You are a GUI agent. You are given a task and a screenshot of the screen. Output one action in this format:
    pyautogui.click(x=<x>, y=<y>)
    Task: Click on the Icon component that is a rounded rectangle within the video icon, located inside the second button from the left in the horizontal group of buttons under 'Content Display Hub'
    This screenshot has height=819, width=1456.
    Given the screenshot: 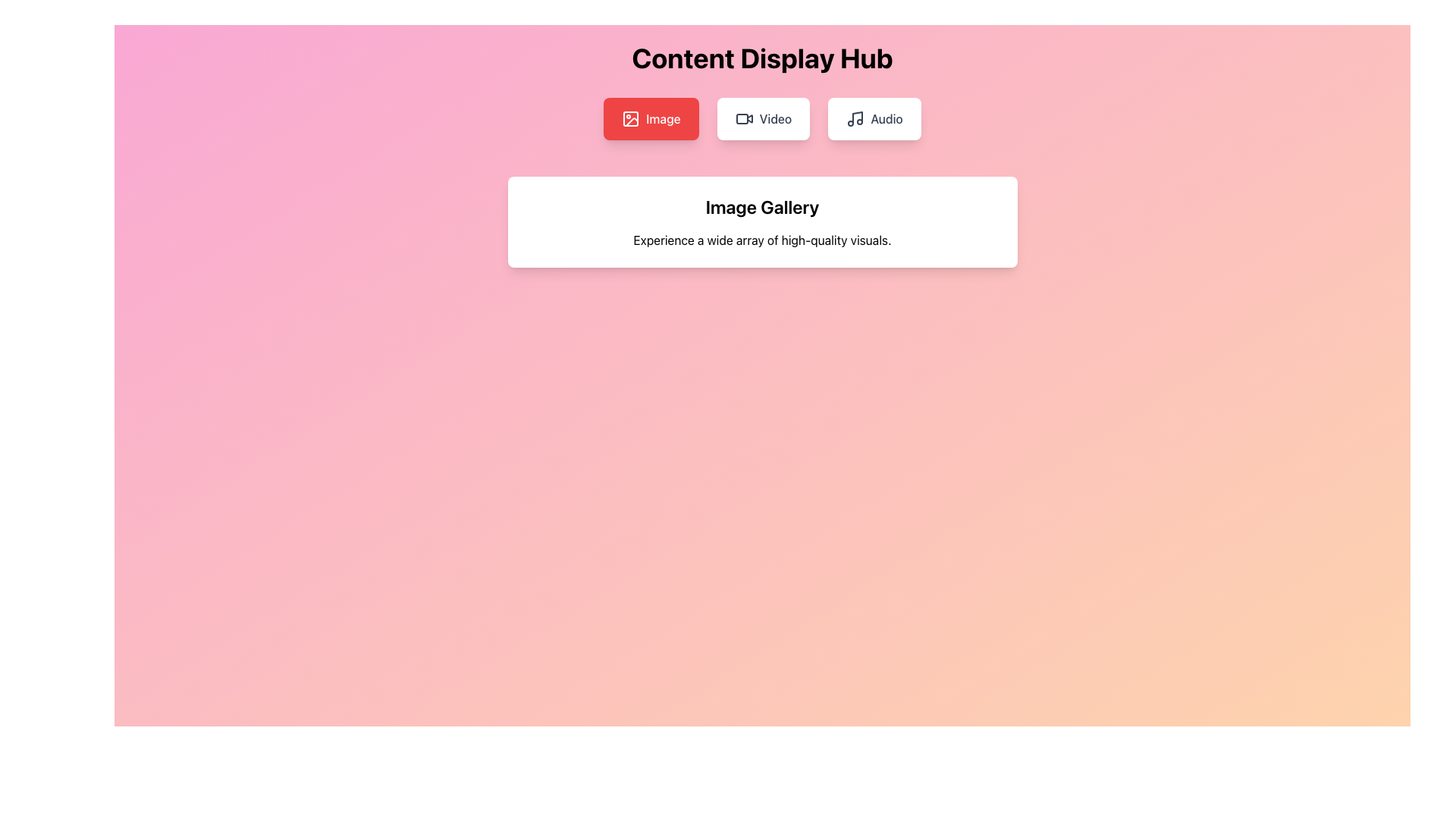 What is the action you would take?
    pyautogui.click(x=742, y=118)
    